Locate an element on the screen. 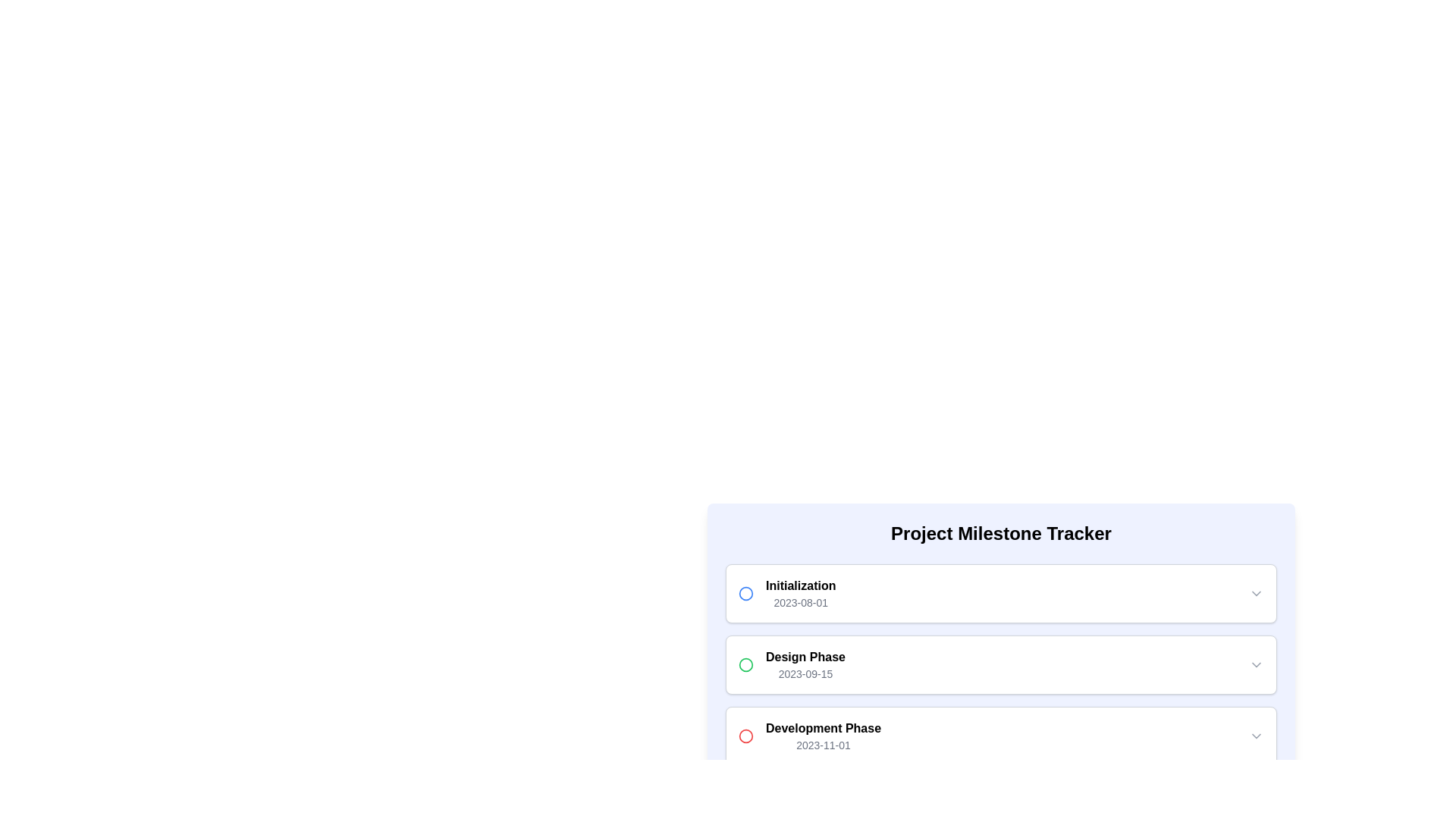 This screenshot has height=819, width=1456. the 'Initialization' phase card in the 'Project Milestone Tracker' list is located at coordinates (1001, 593).